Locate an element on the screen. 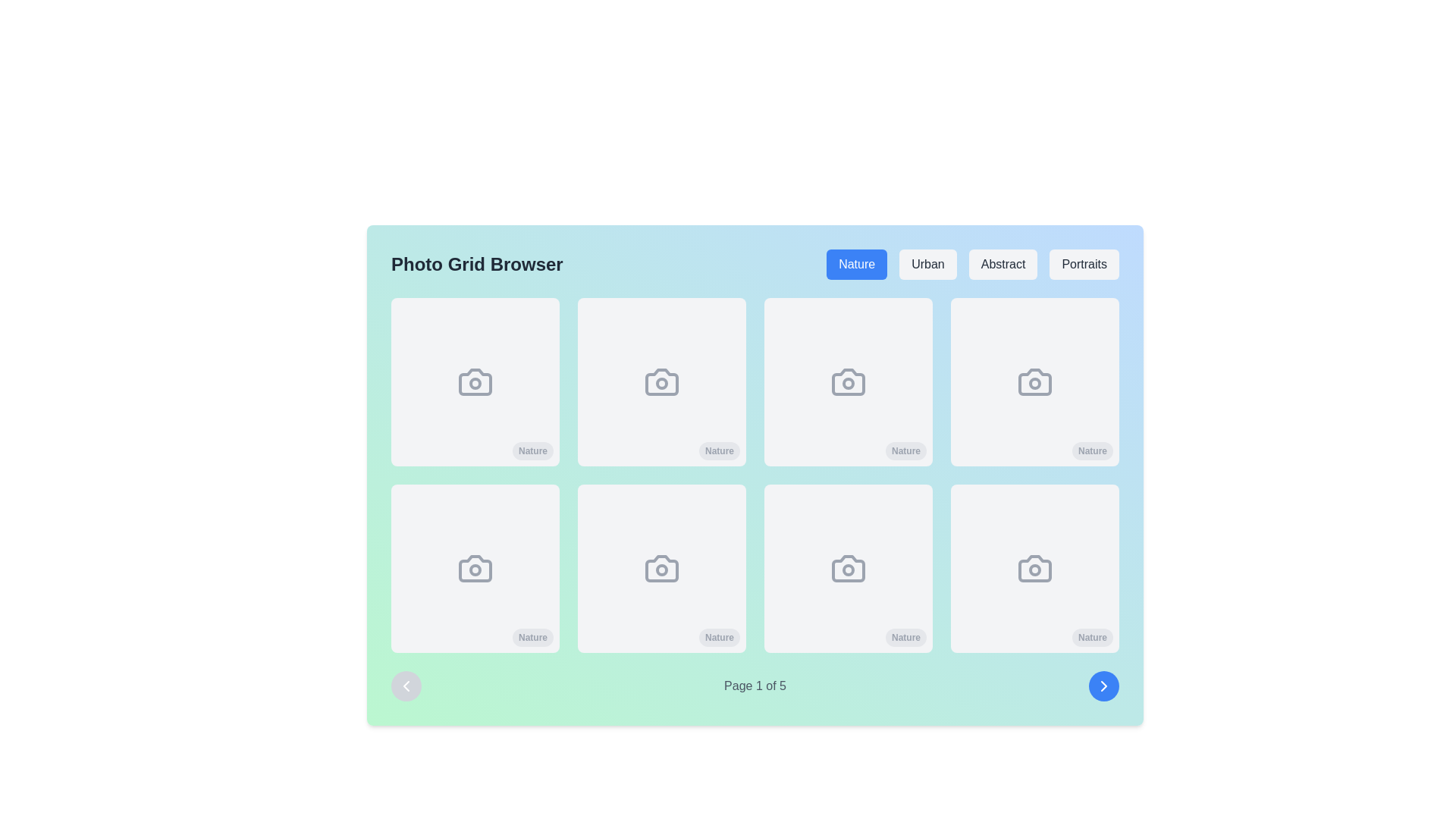 This screenshot has width=1456, height=819. the photo or image placeholder icon located in the 'Nature' tile, which is positioned in the second row and third column of the grid layout is located at coordinates (847, 381).